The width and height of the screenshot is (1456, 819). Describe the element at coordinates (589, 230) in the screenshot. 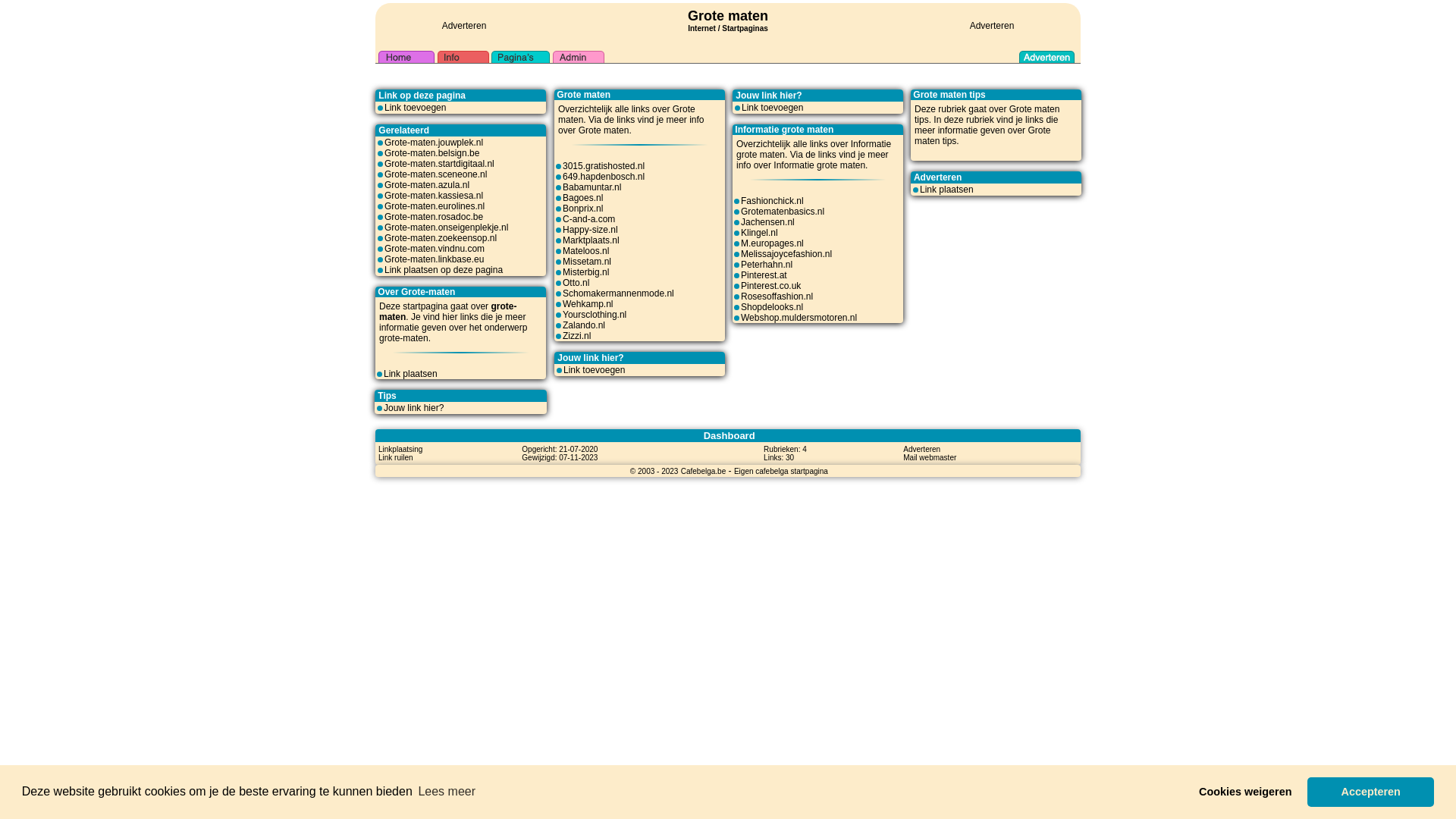

I see `'Happy-size.nl'` at that location.